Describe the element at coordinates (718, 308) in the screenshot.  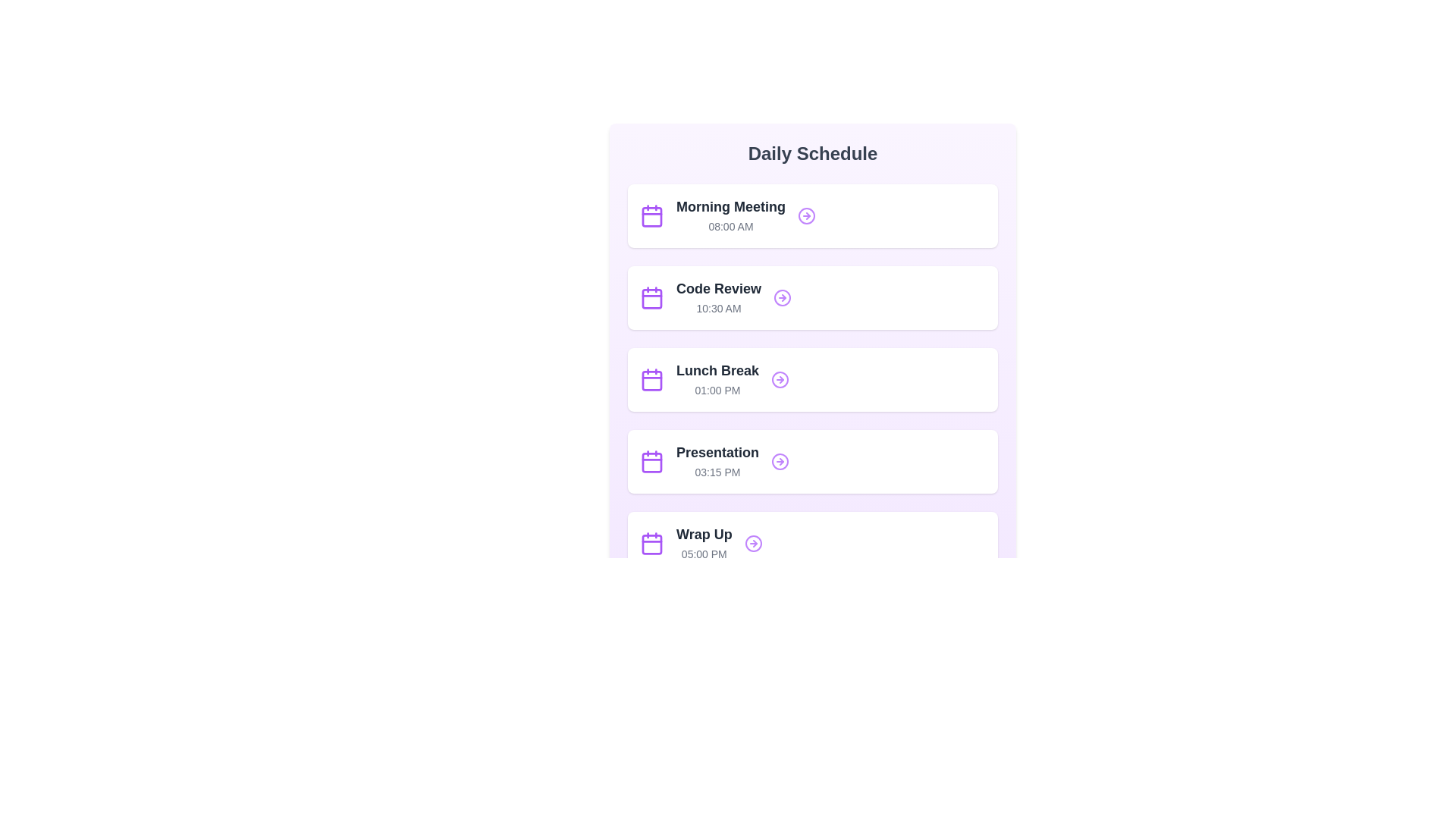
I see `the Text Label displaying the scheduled time for the 'Code Review' entry in the timetable, which is located below the 'Code Review' title` at that location.